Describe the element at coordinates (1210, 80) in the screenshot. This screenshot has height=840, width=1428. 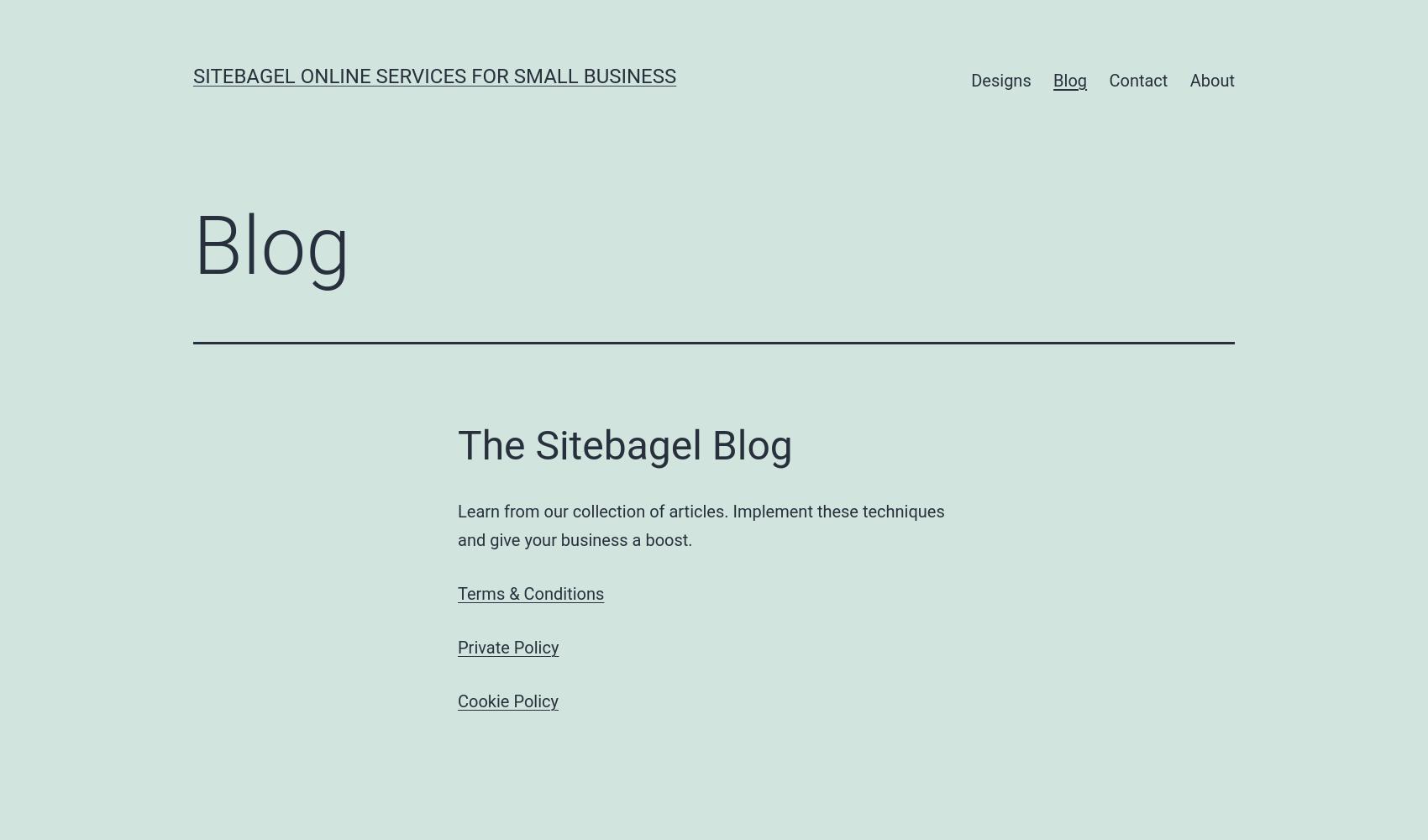
I see `'About'` at that location.